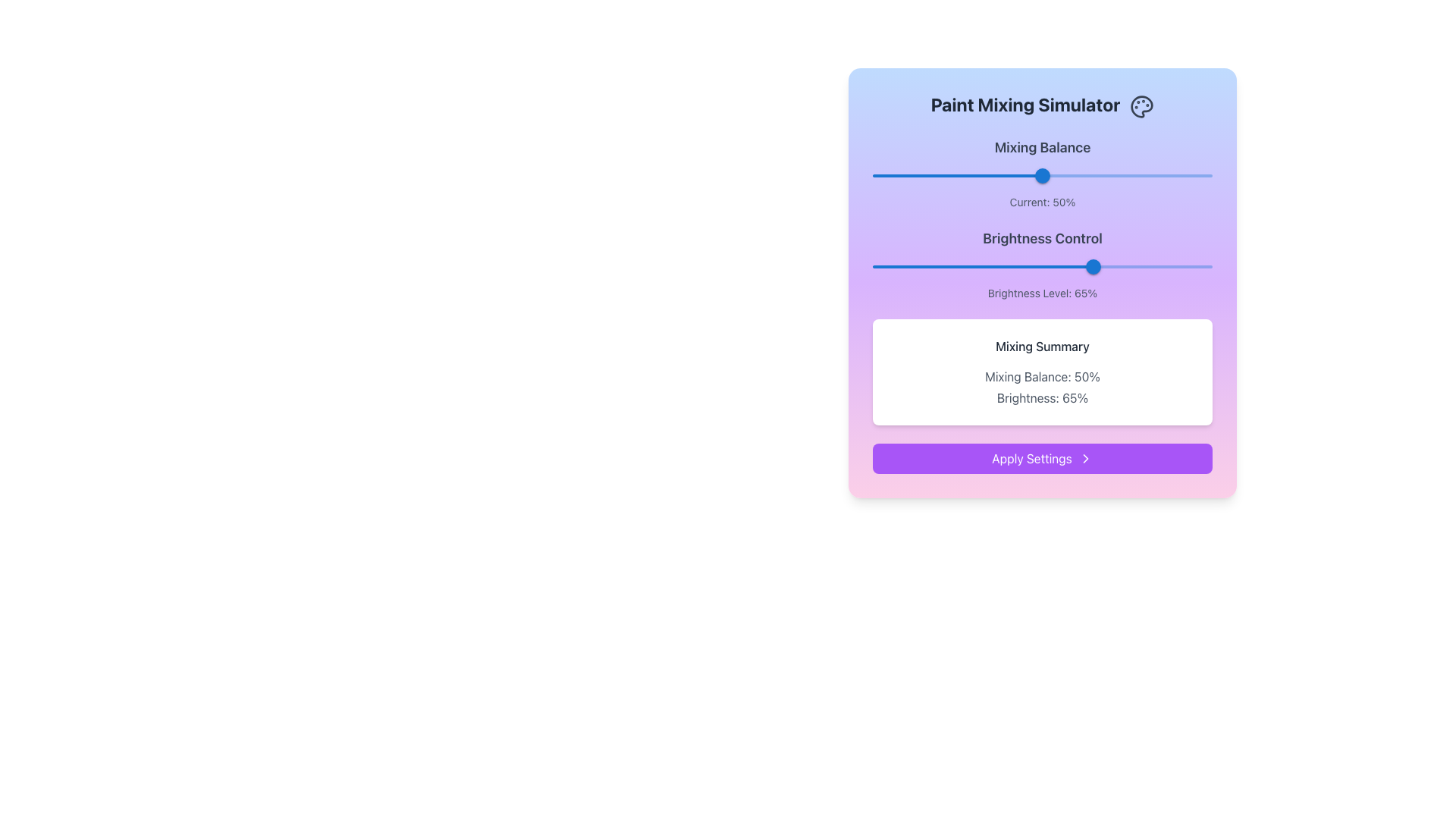  I want to click on the text label element displaying 'Mixing Balance', which is styled in bold, large dark gray font and positioned at the top of the interface within a light blue background area, so click(1041, 146).